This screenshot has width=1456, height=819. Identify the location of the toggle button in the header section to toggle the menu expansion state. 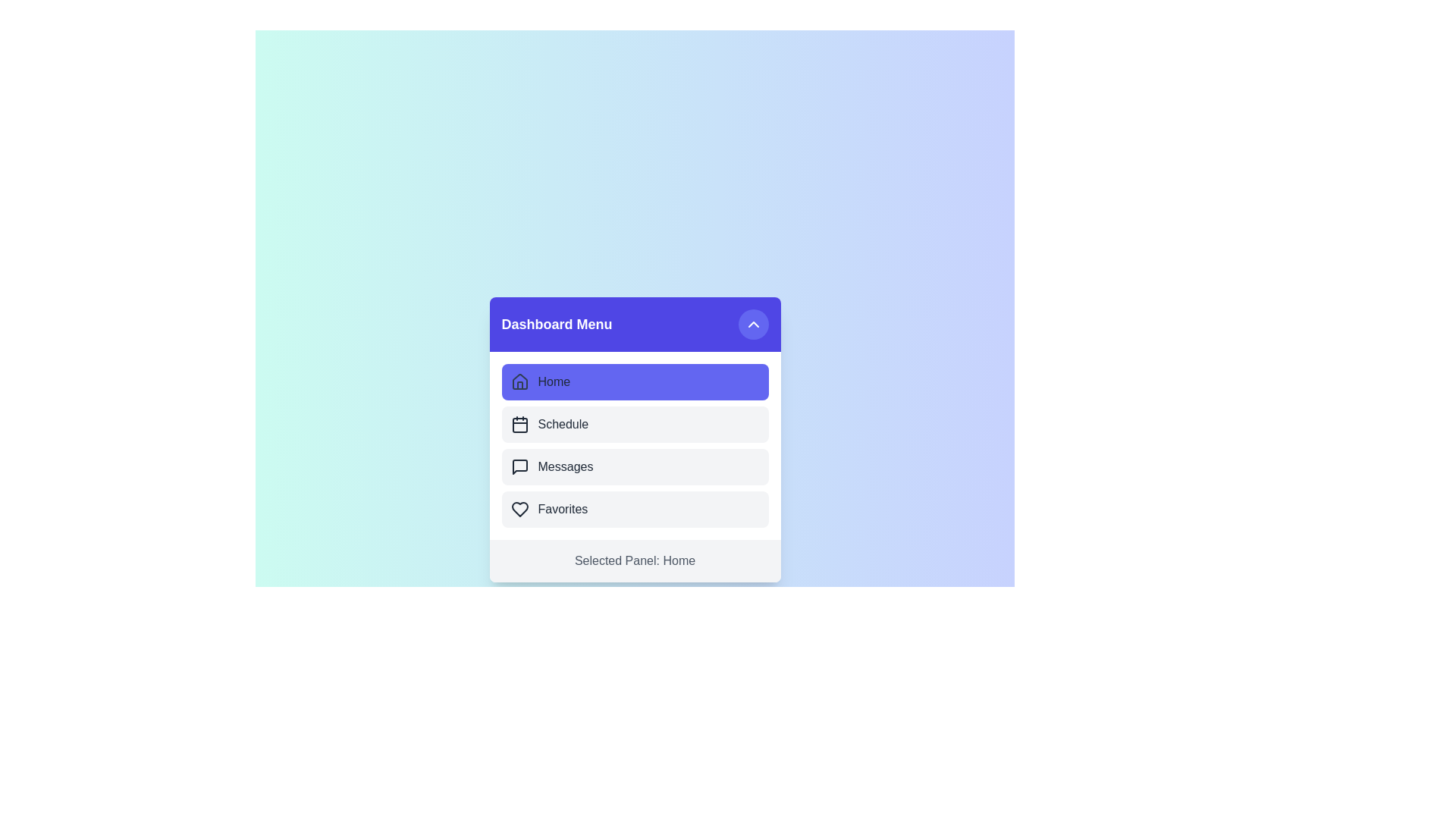
(753, 324).